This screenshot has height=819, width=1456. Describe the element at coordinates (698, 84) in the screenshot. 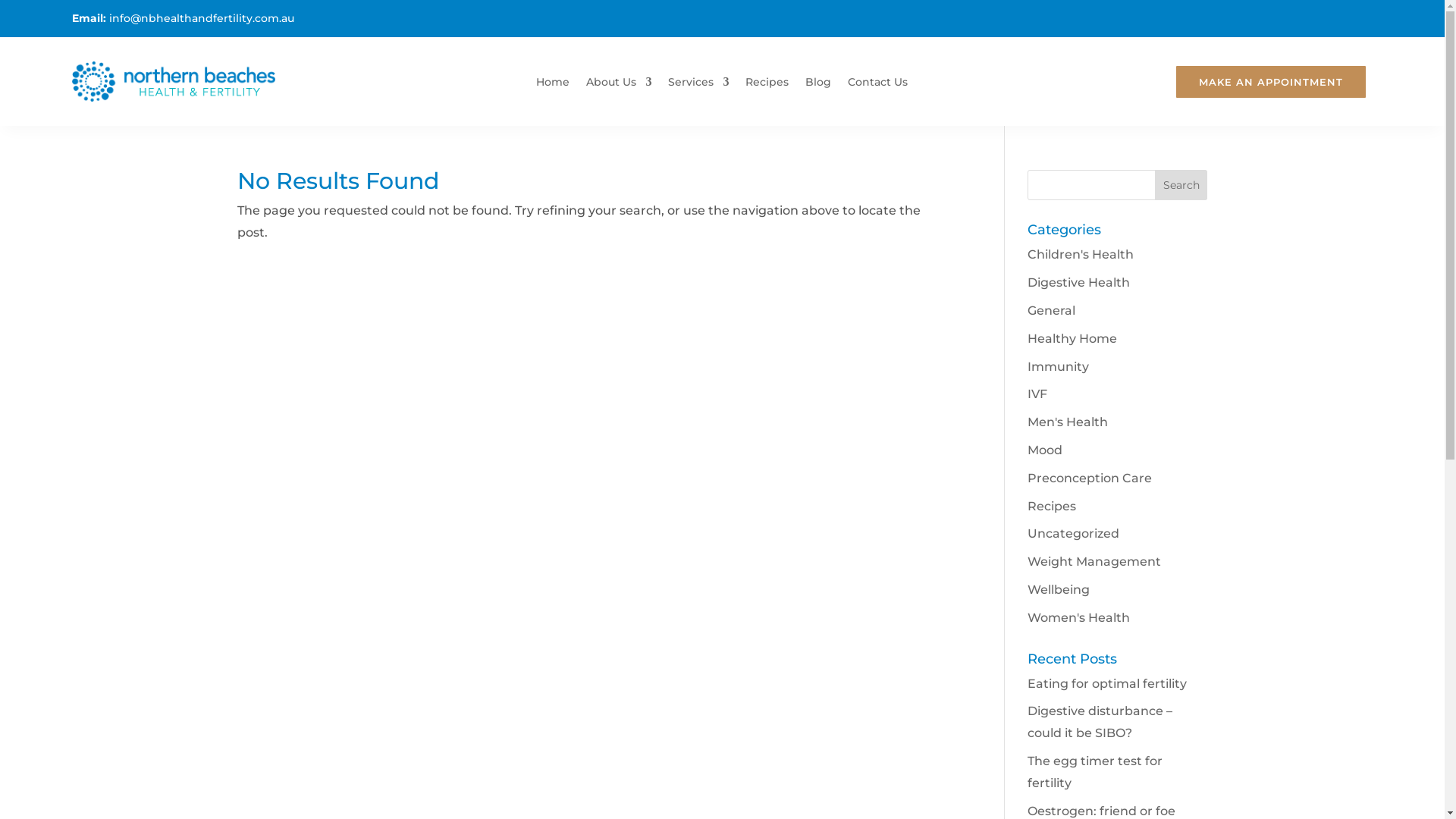

I see `'Services'` at that location.